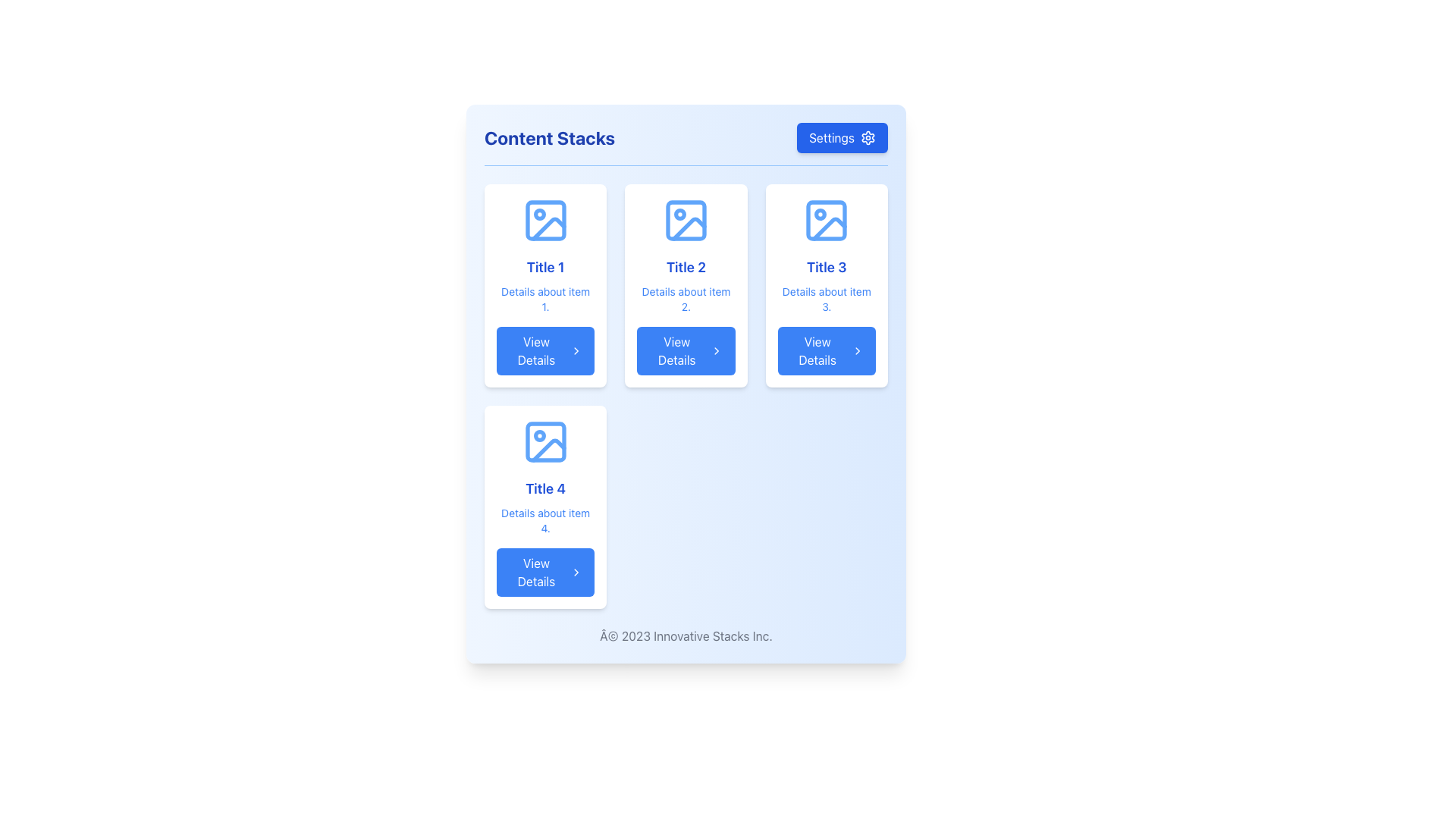 The height and width of the screenshot is (819, 1456). I want to click on the button located below the text 'Details about item 2.' in the second card of a grid of four cards, so click(685, 350).